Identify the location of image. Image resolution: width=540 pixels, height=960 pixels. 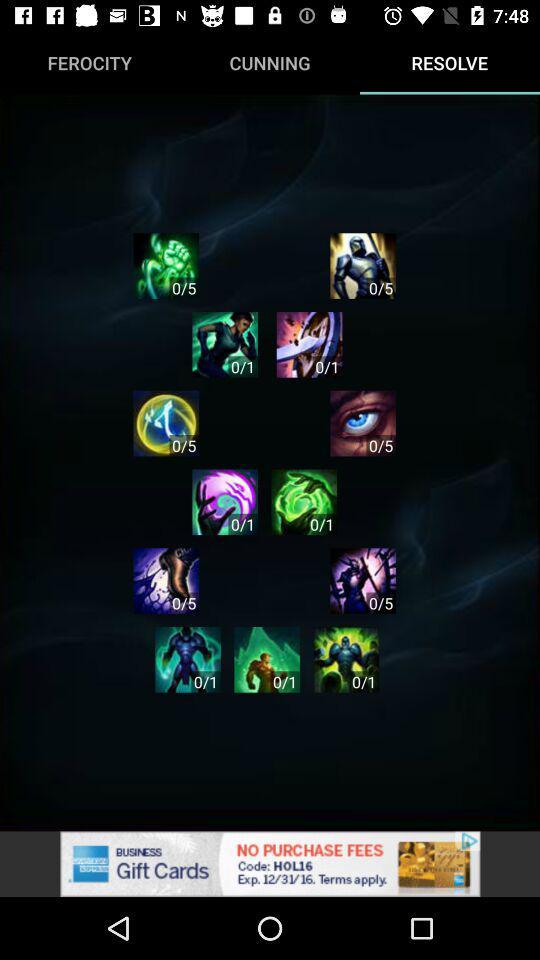
(345, 658).